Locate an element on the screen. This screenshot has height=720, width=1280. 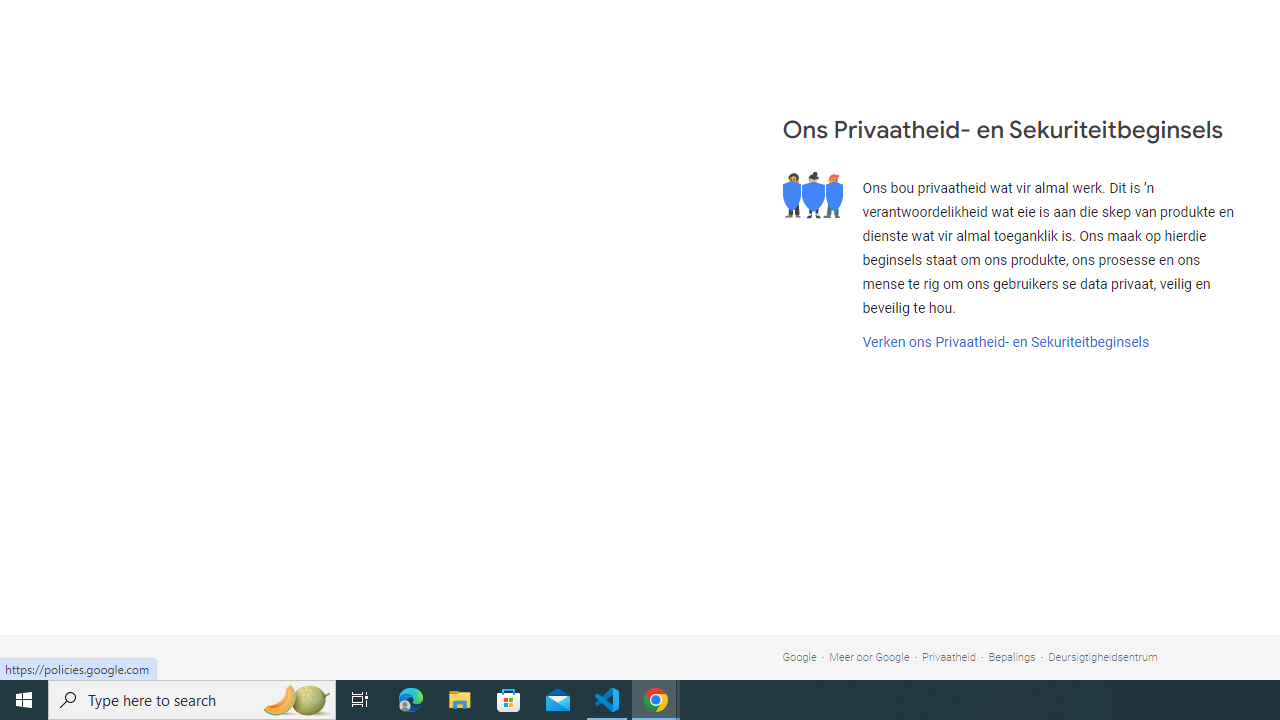
'Google' is located at coordinates (798, 657).